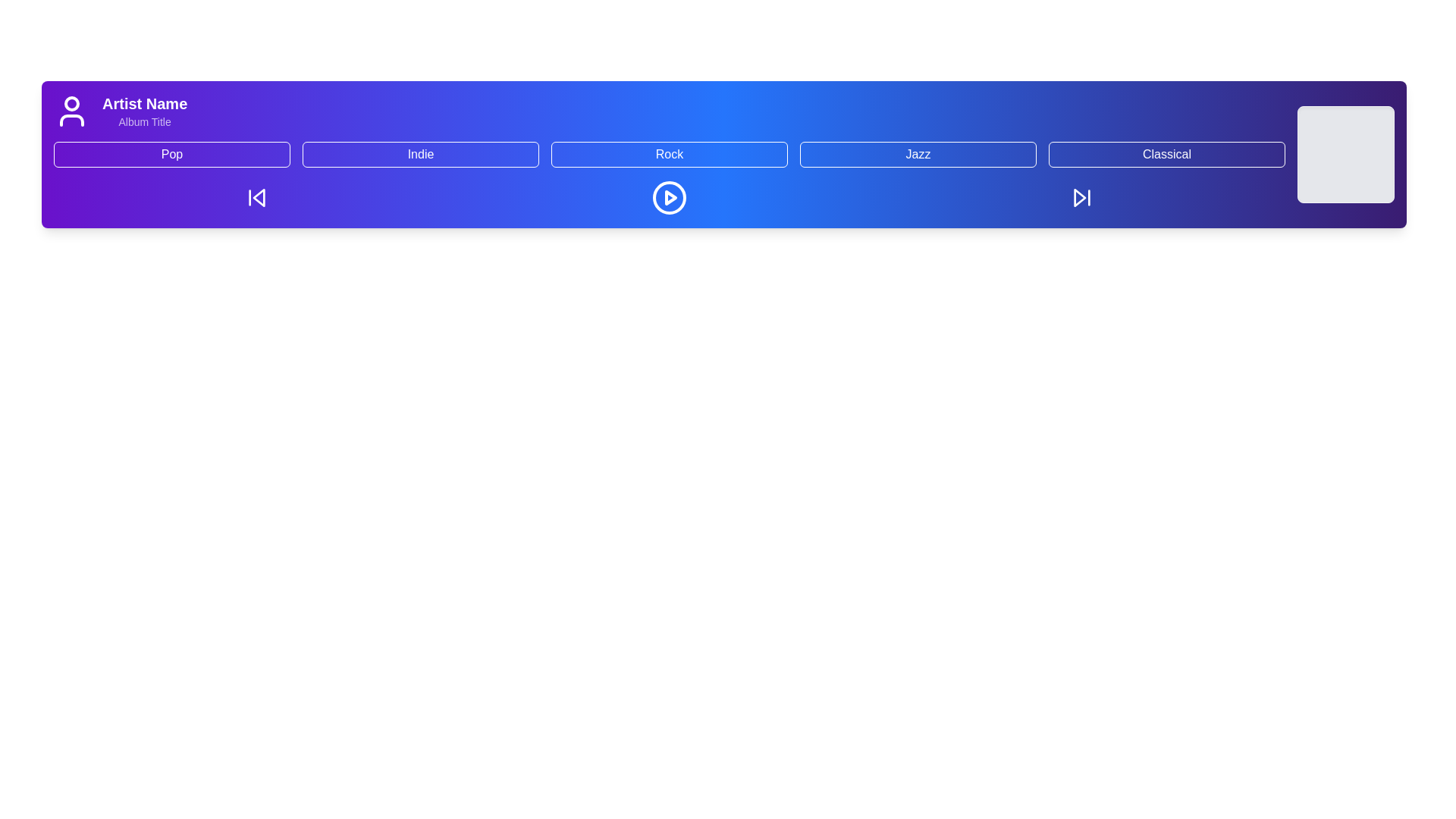 Image resolution: width=1456 pixels, height=819 pixels. What do you see at coordinates (917, 155) in the screenshot?
I see `the rounded rectangular button labeled 'Jazz' with a gradient blue background` at bounding box center [917, 155].